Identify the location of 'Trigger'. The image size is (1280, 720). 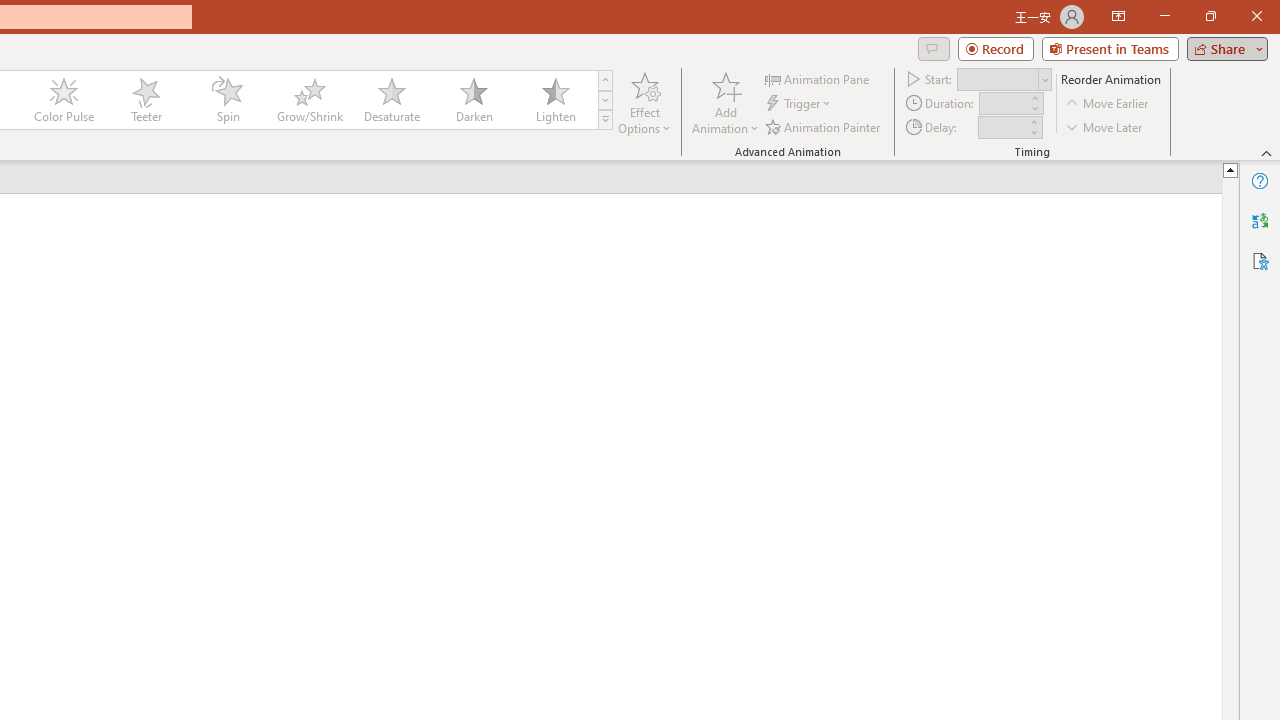
(800, 103).